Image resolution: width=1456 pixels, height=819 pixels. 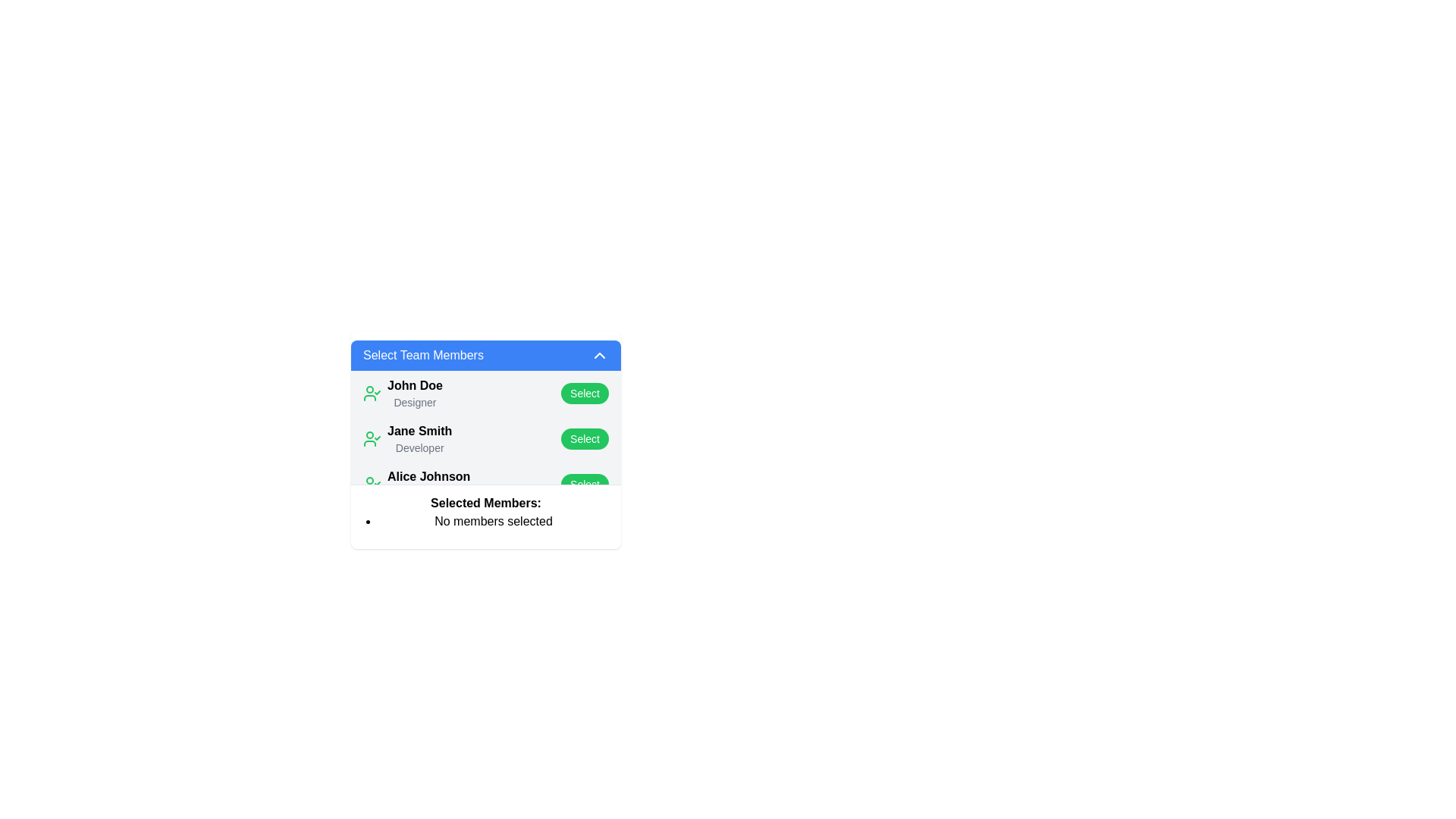 I want to click on the visual state of the user icon with a checkmark overlay for 'John Doe' in the 'Select Team Members' box, so click(x=372, y=393).